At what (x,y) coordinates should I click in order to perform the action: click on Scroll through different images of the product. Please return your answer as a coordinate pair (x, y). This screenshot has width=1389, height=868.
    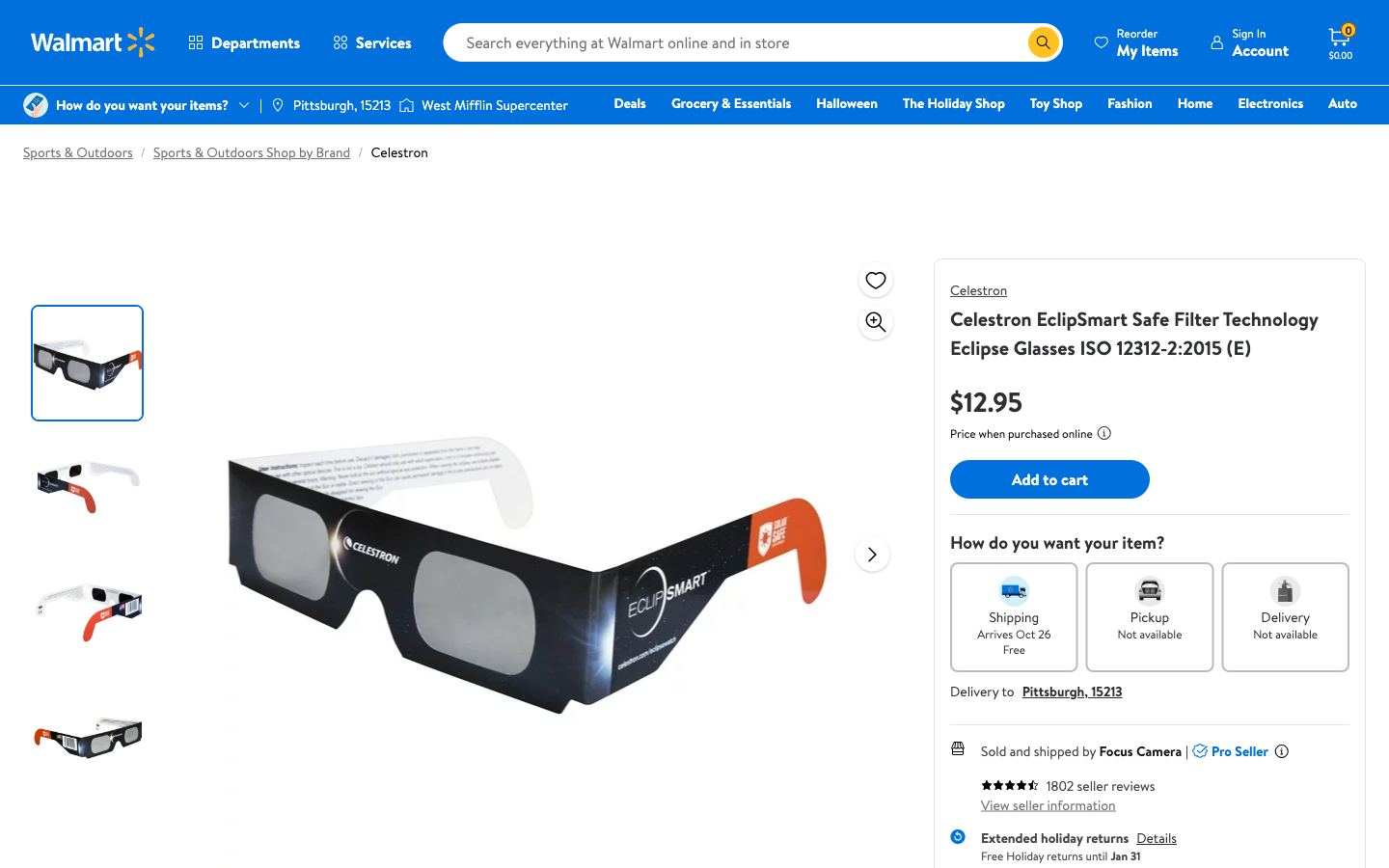
    Looking at the image, I should click on (872, 554).